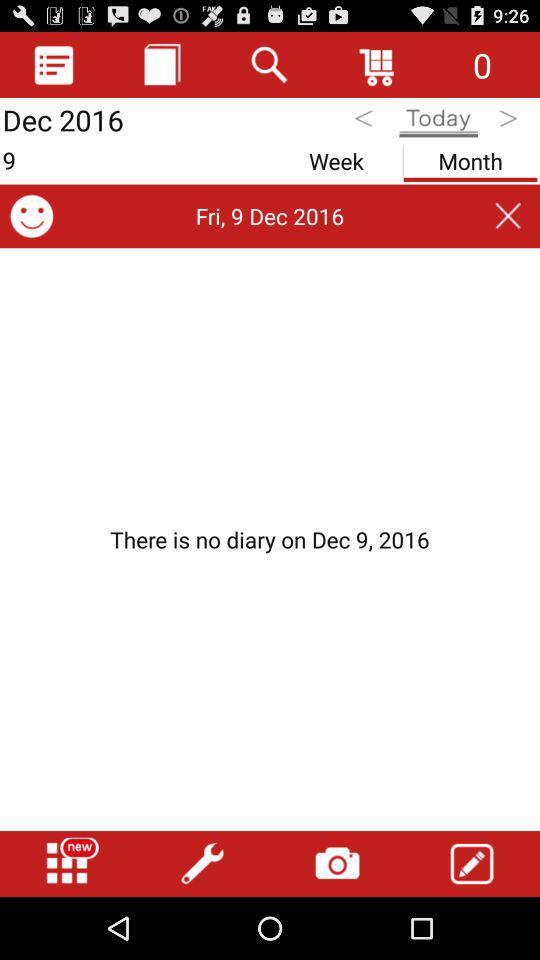  Describe the element at coordinates (161, 64) in the screenshot. I see `copy entry` at that location.